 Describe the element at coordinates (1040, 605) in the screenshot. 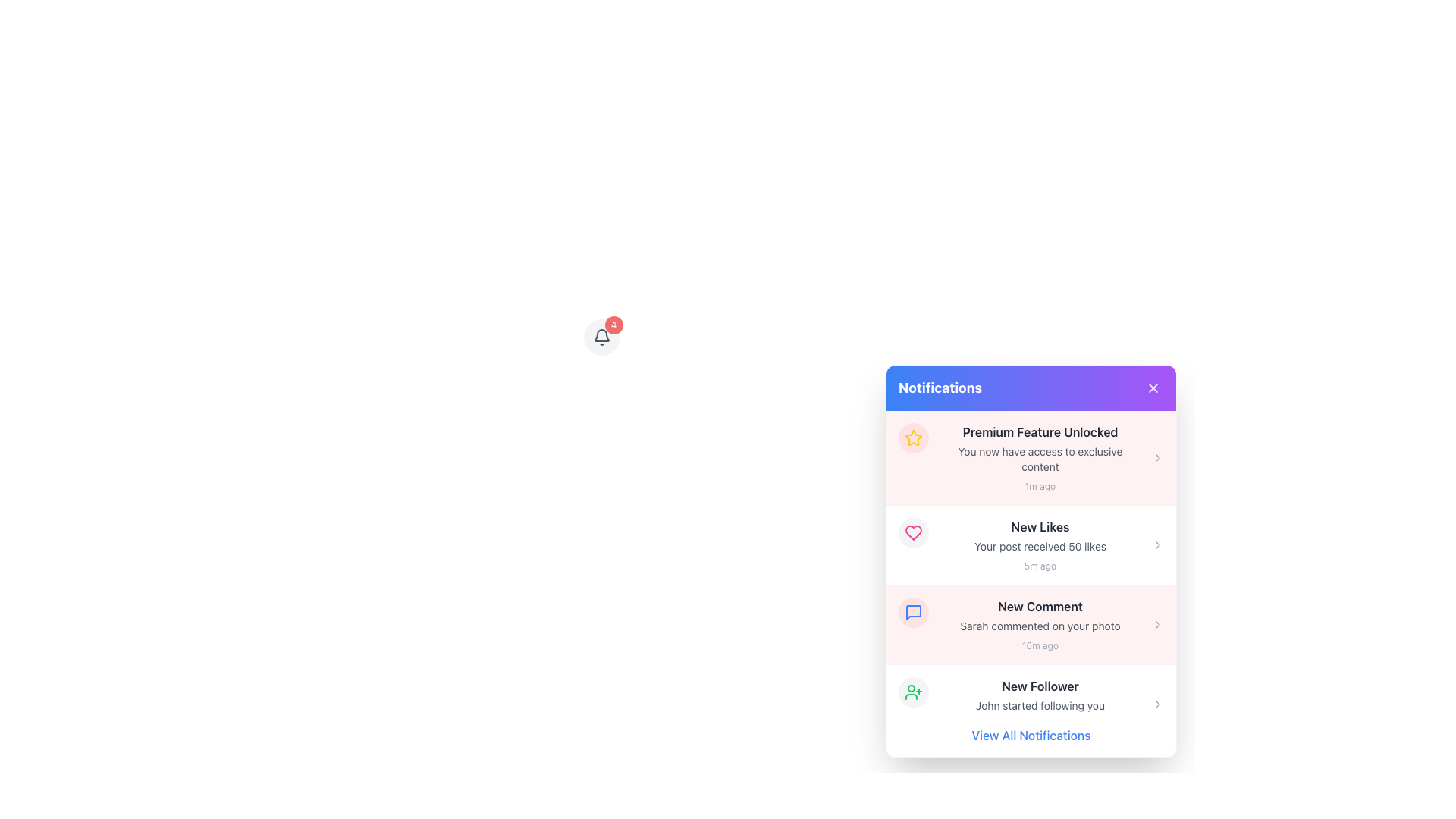

I see `the 'New Comment' text label, which is bold and dark gray, located in the notification panel on the right side of the interface` at that location.